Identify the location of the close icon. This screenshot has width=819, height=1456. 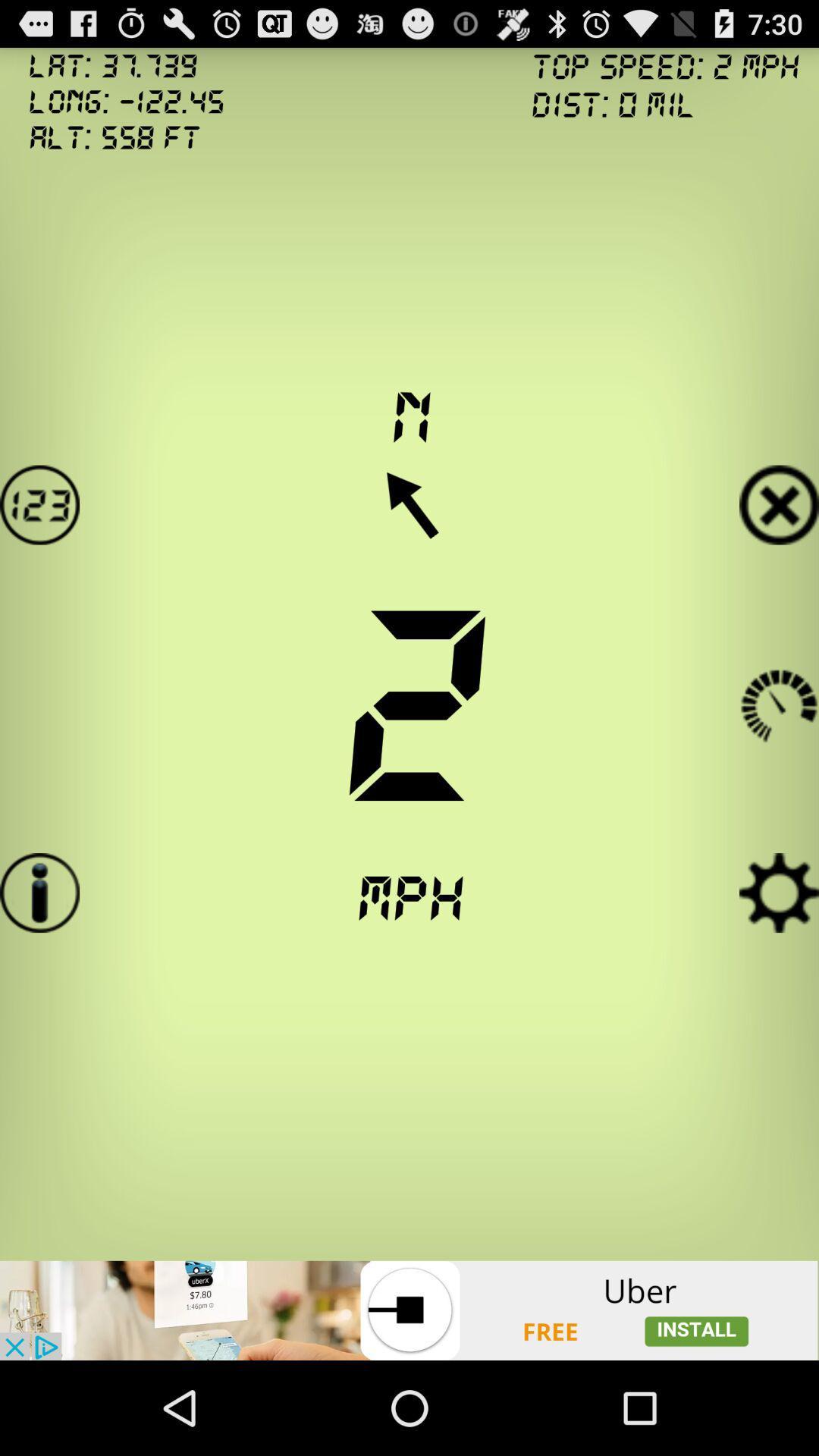
(779, 540).